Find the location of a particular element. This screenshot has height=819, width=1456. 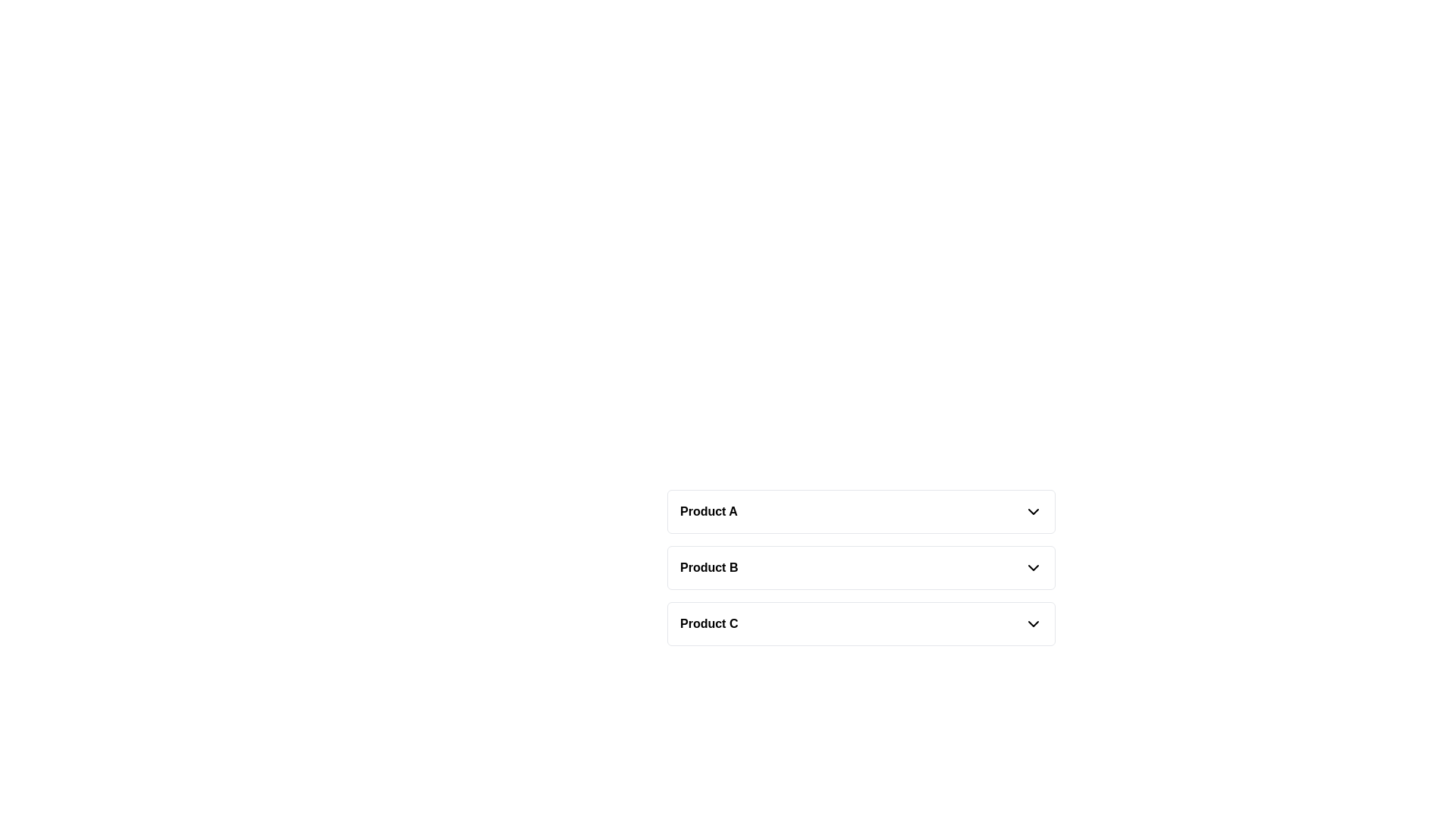

the text label for the first product in the list is located at coordinates (708, 512).